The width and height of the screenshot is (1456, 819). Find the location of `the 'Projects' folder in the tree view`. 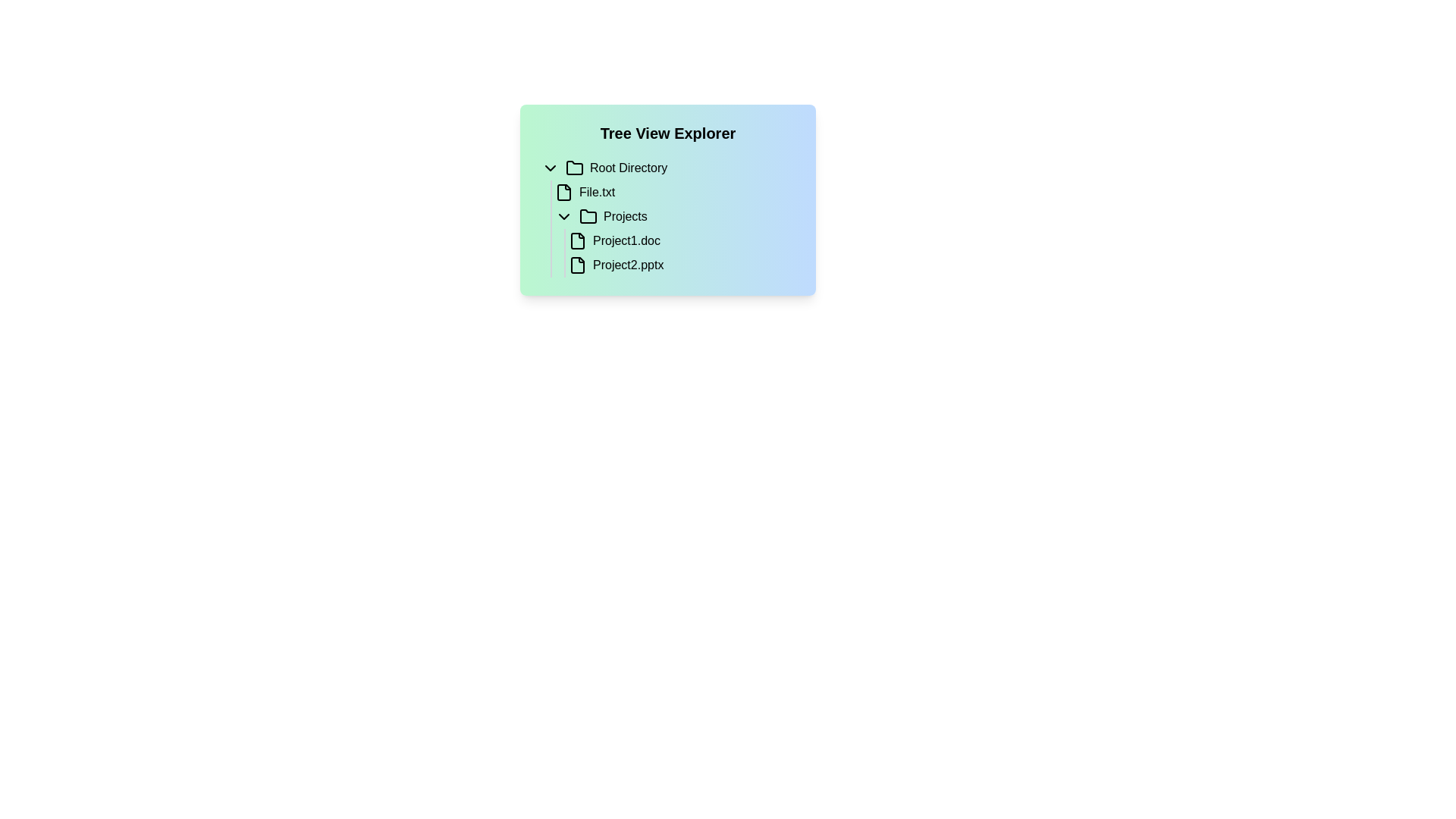

the 'Projects' folder in the tree view is located at coordinates (673, 216).